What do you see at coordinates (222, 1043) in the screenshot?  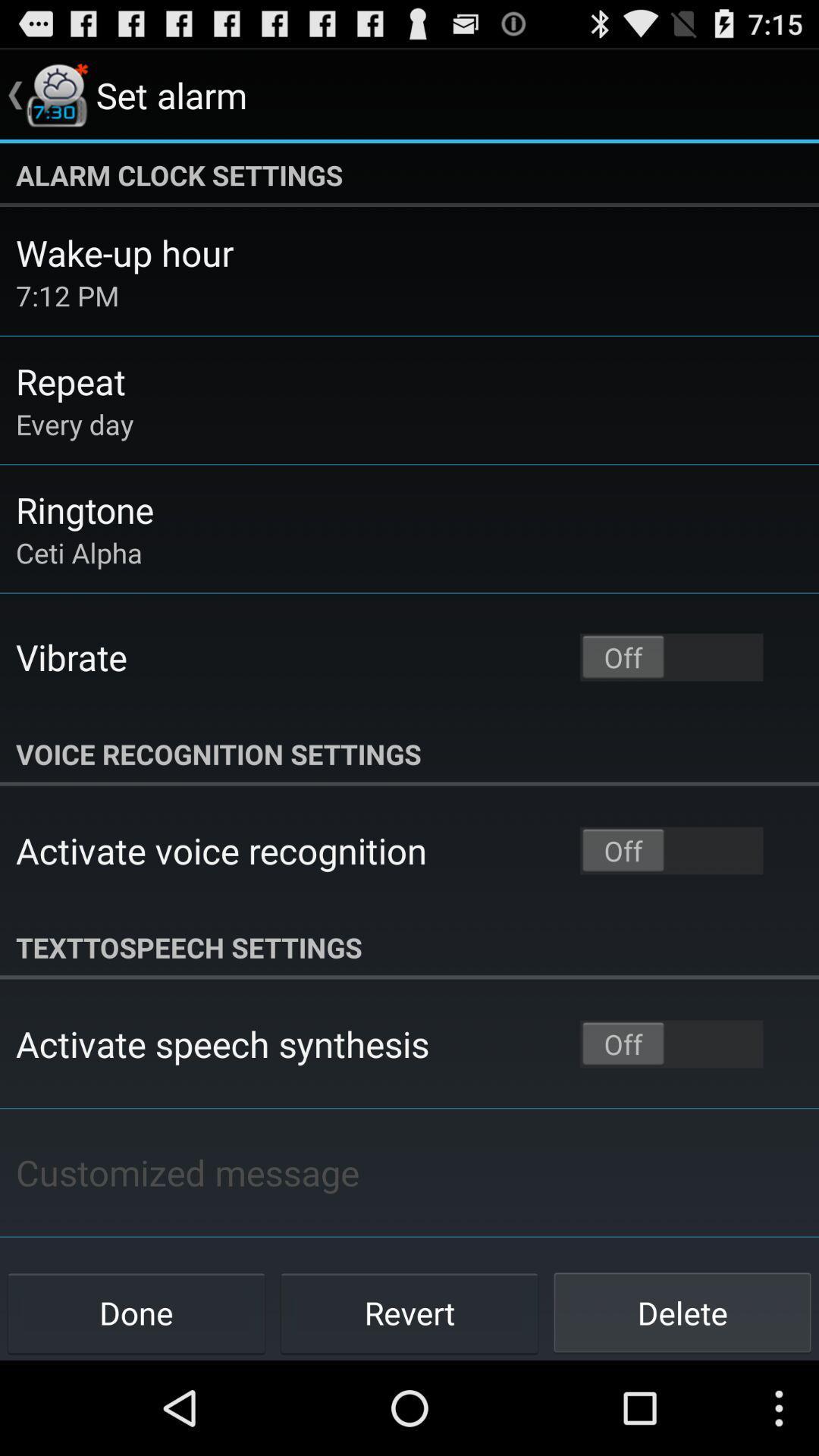 I see `icon below texttospeech settings icon` at bounding box center [222, 1043].